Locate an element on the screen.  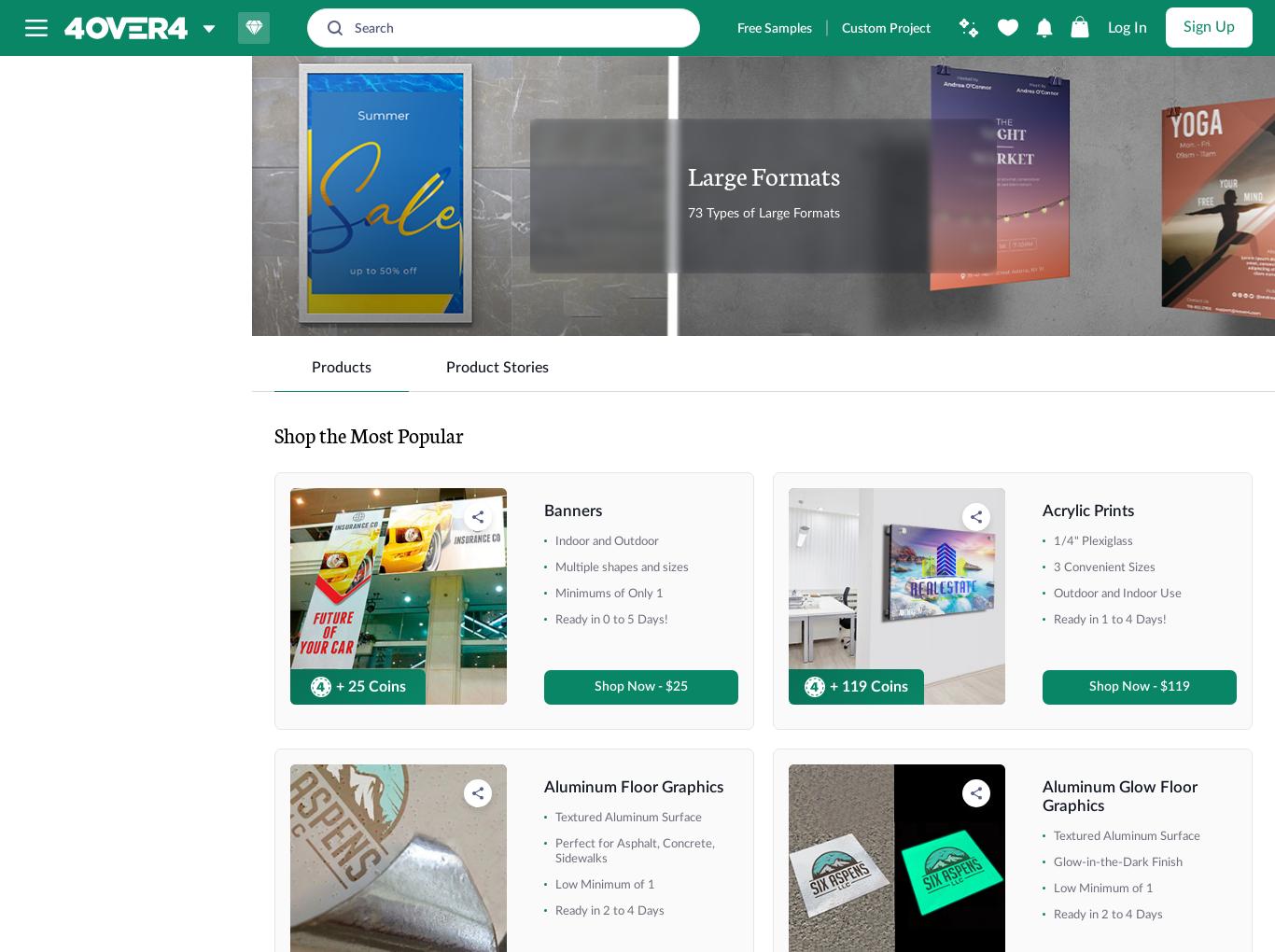
'+ Show More' is located at coordinates (61, 530).